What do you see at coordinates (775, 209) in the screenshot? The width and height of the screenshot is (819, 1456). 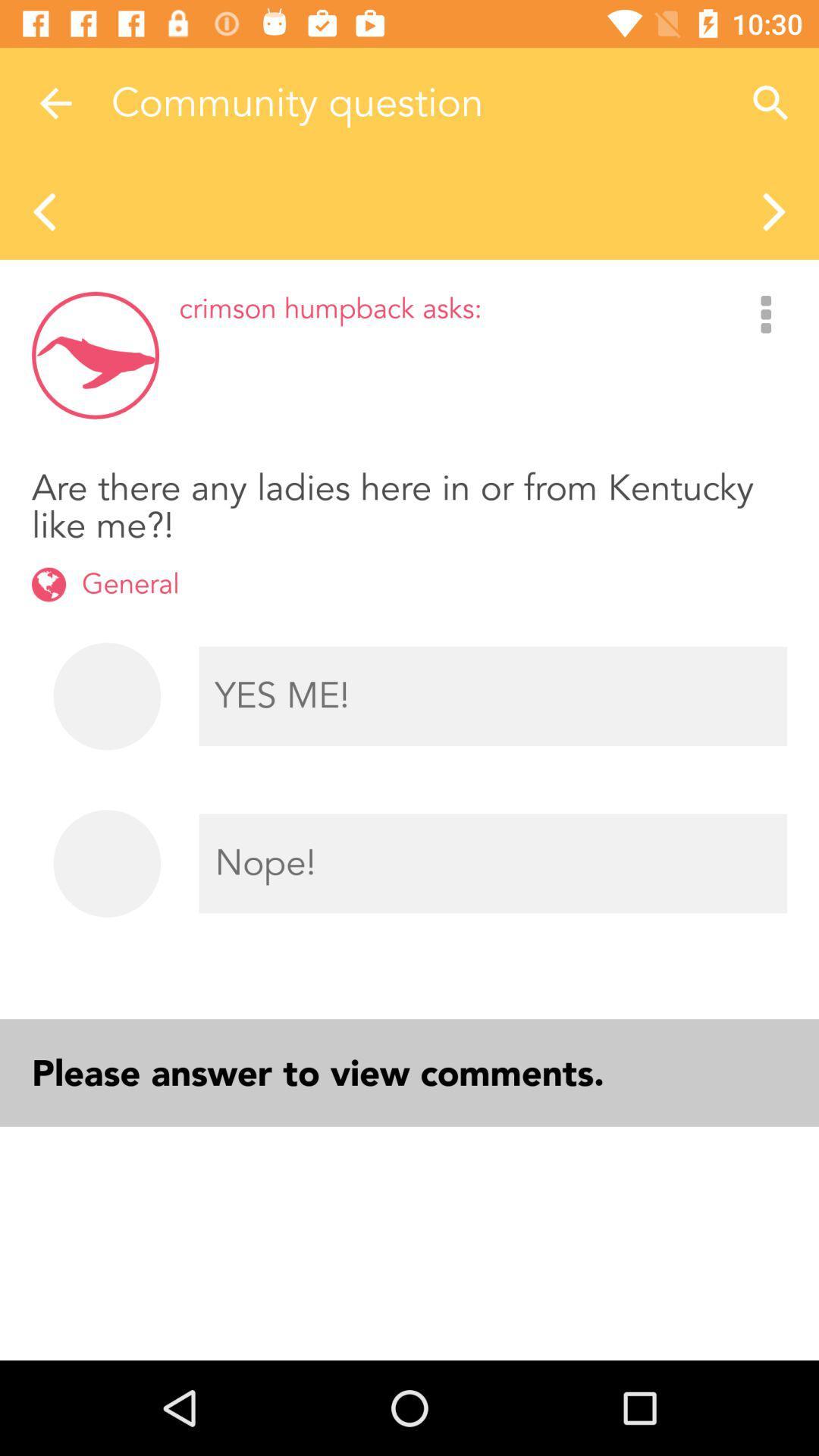 I see `the next button` at bounding box center [775, 209].